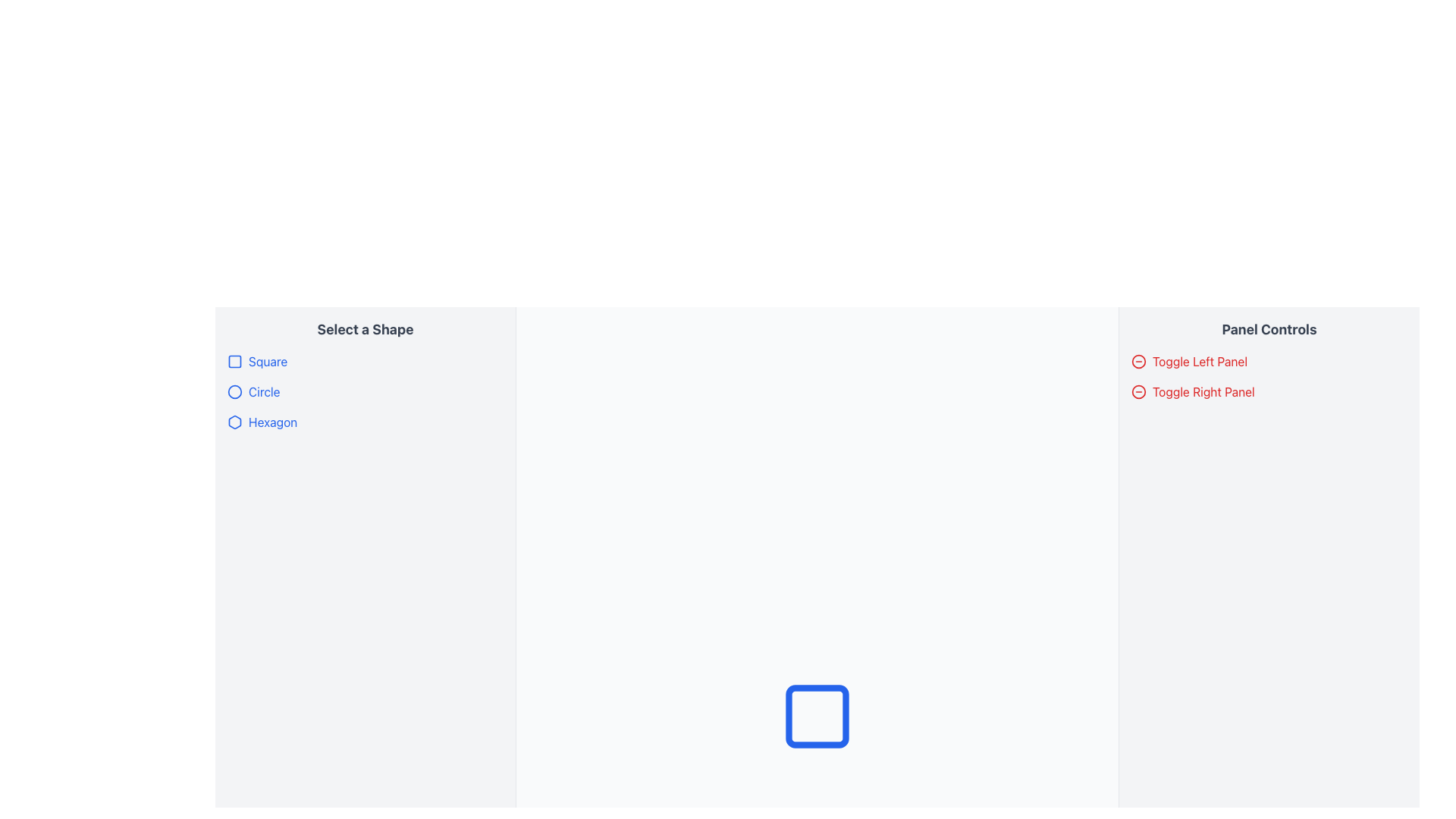 The height and width of the screenshot is (819, 1456). What do you see at coordinates (268, 362) in the screenshot?
I see `text displayed in the first text label under the header 'Select a Shape' in the left pane` at bounding box center [268, 362].